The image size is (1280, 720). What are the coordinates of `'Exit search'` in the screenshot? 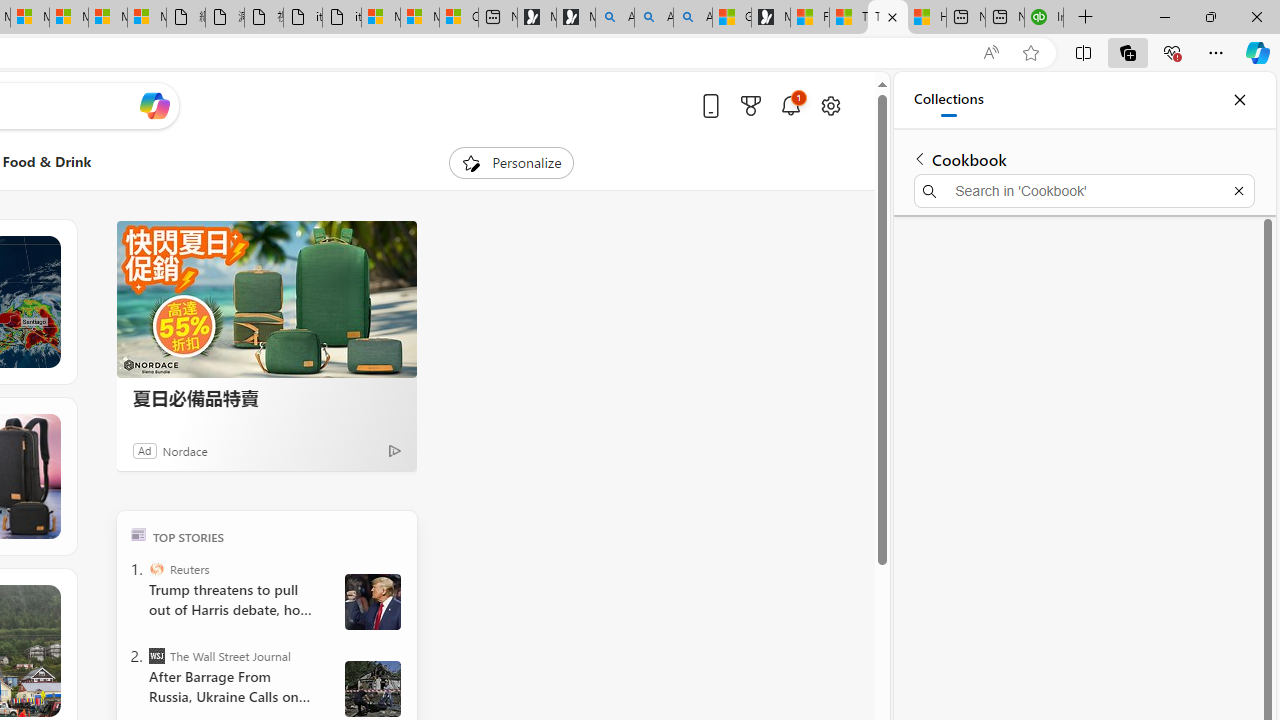 It's located at (1238, 191).